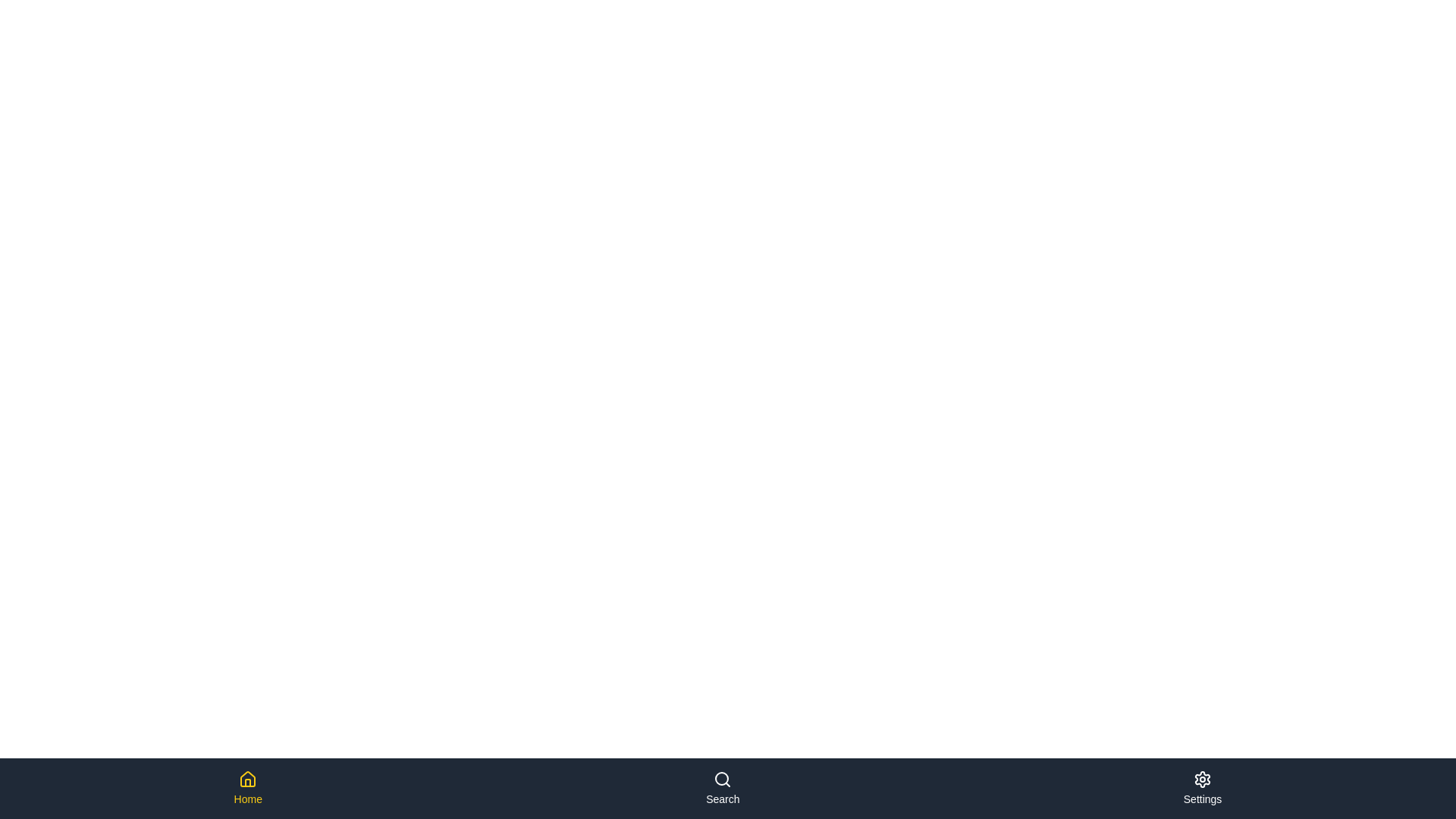 The height and width of the screenshot is (819, 1456). I want to click on the navigation item Settings to switch views, so click(1201, 788).